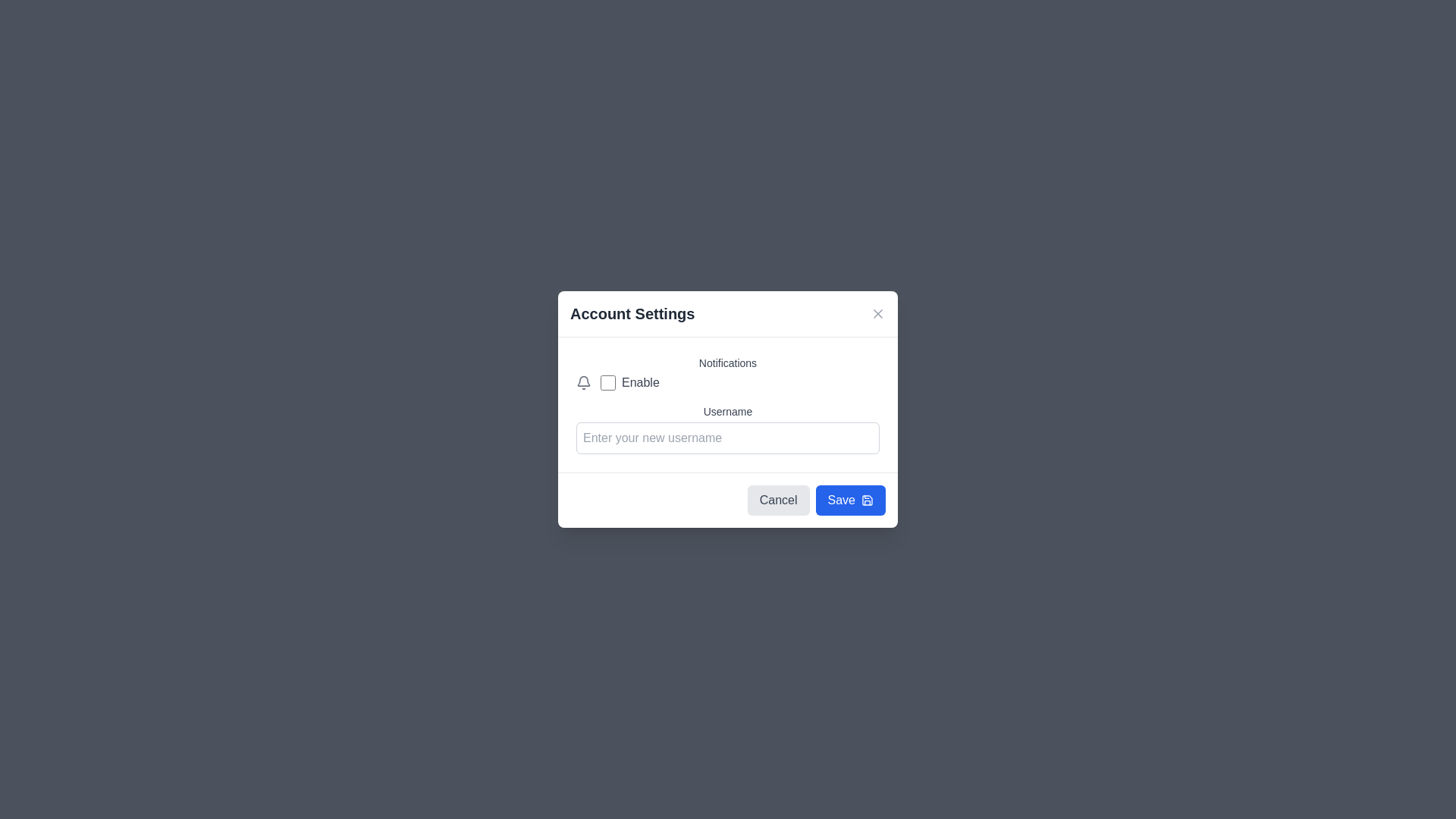 The height and width of the screenshot is (819, 1456). I want to click on the static text label displaying 'Notifications' in gray font, located near the top center of the 'Account Settings' modal, above the 'Enable' checkbox, so click(728, 362).